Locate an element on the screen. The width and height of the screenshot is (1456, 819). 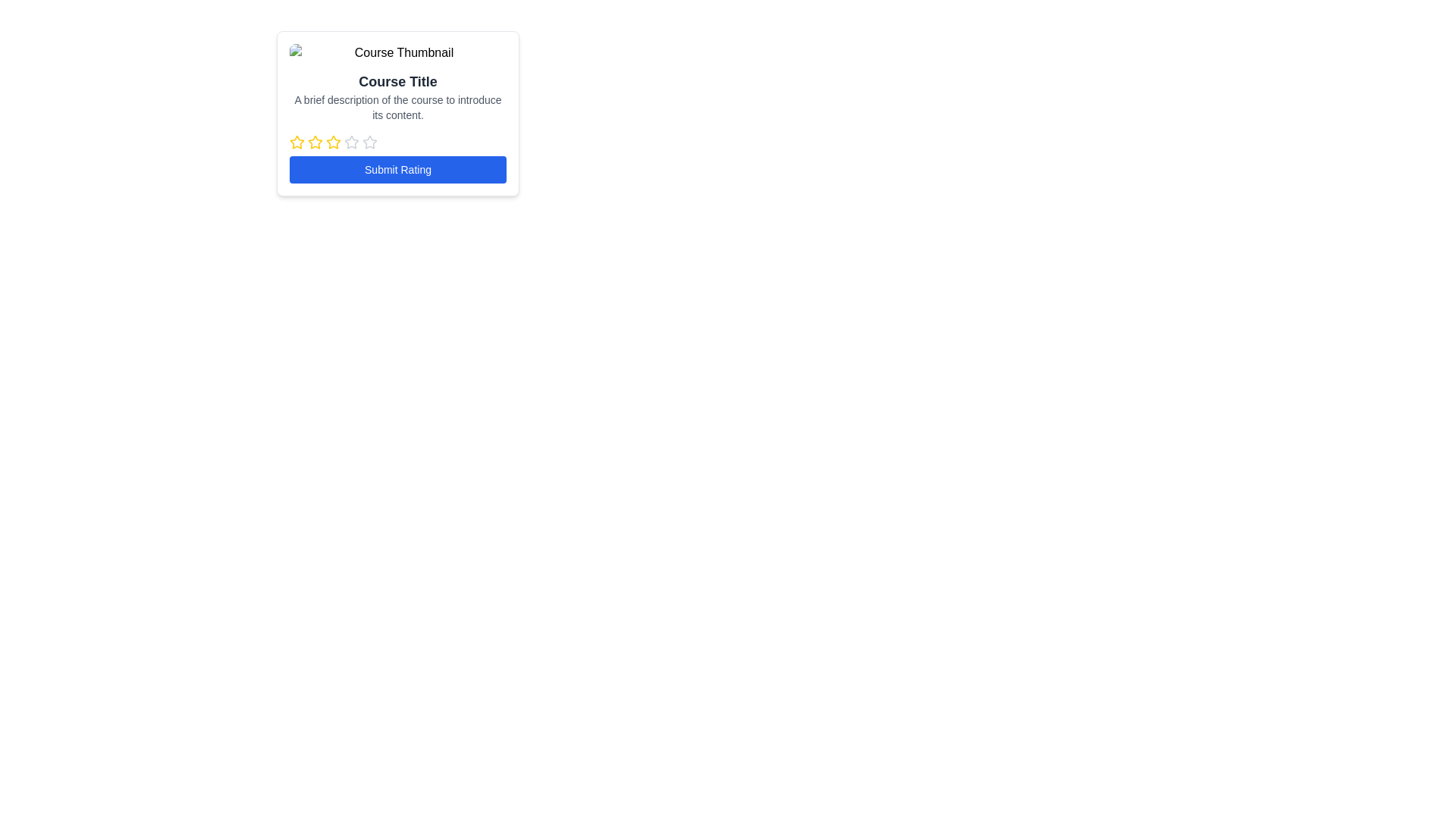
the submit button located at the bottom of the course card layout is located at coordinates (397, 169).